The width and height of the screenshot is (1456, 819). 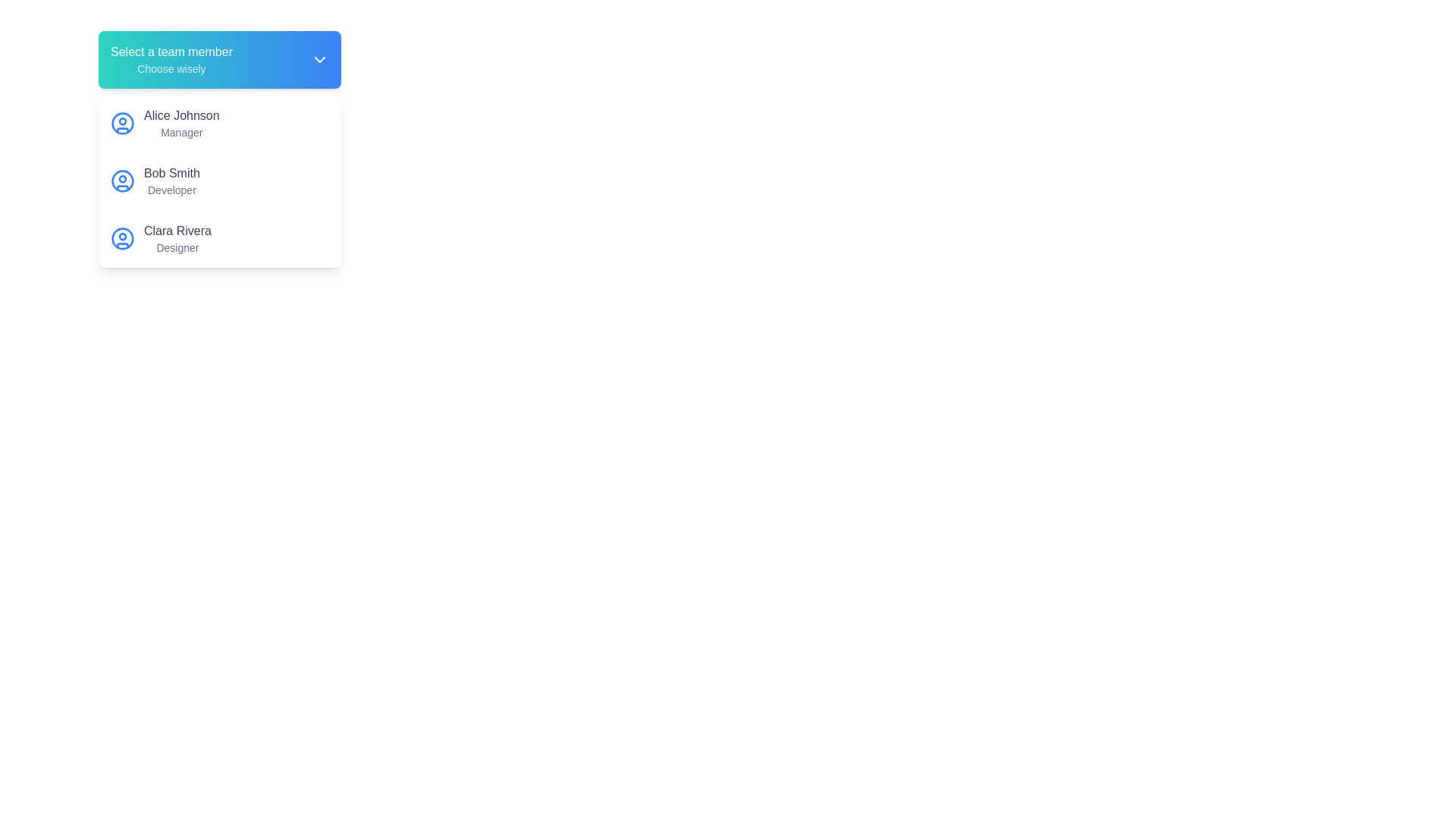 What do you see at coordinates (123, 239) in the screenshot?
I see `the circular blue icon representing a user profile located to the left of 'Clara Rivera' and 'Designer' for interaction` at bounding box center [123, 239].